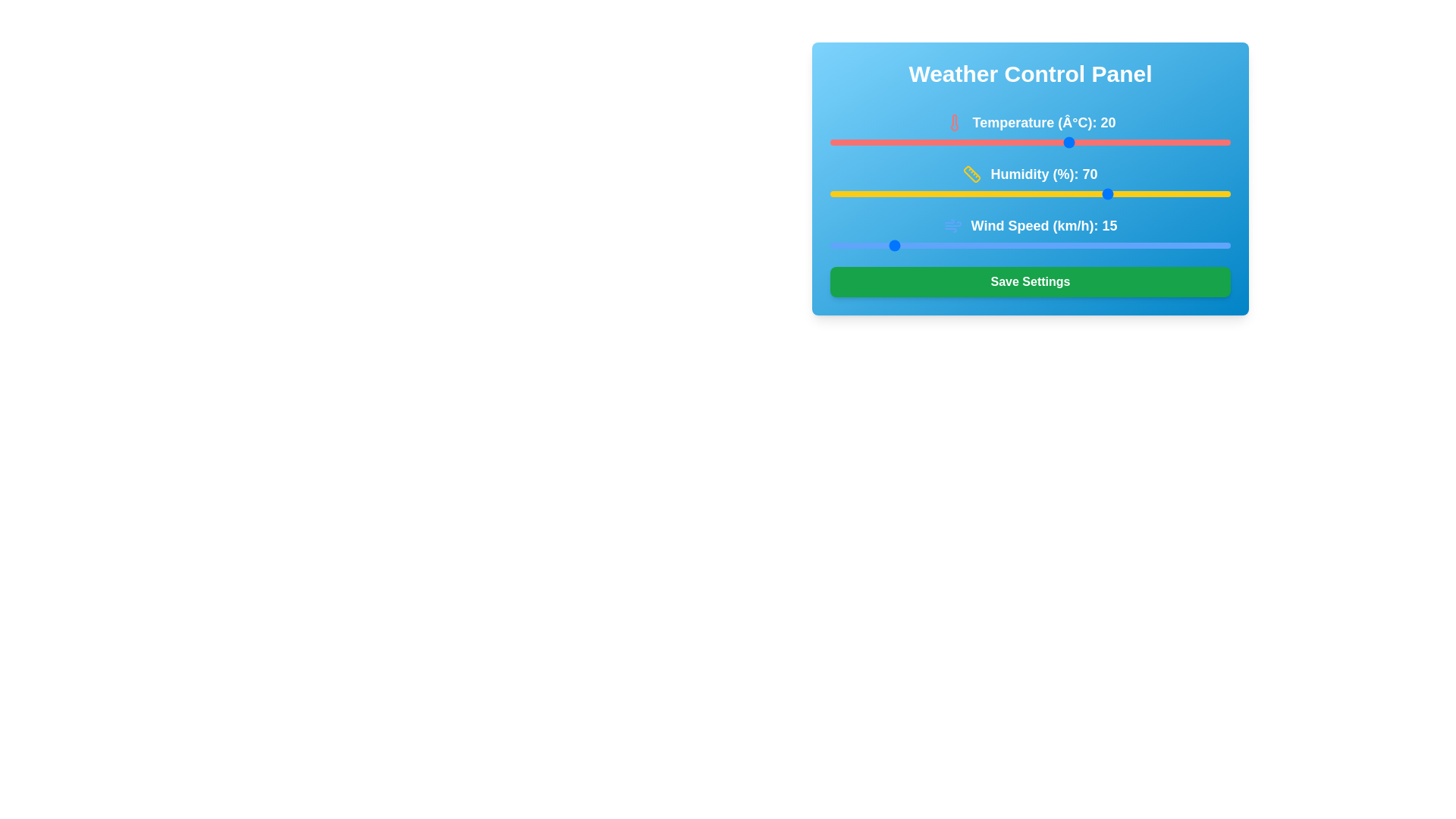  What do you see at coordinates (1094, 143) in the screenshot?
I see `the temperature slider` at bounding box center [1094, 143].